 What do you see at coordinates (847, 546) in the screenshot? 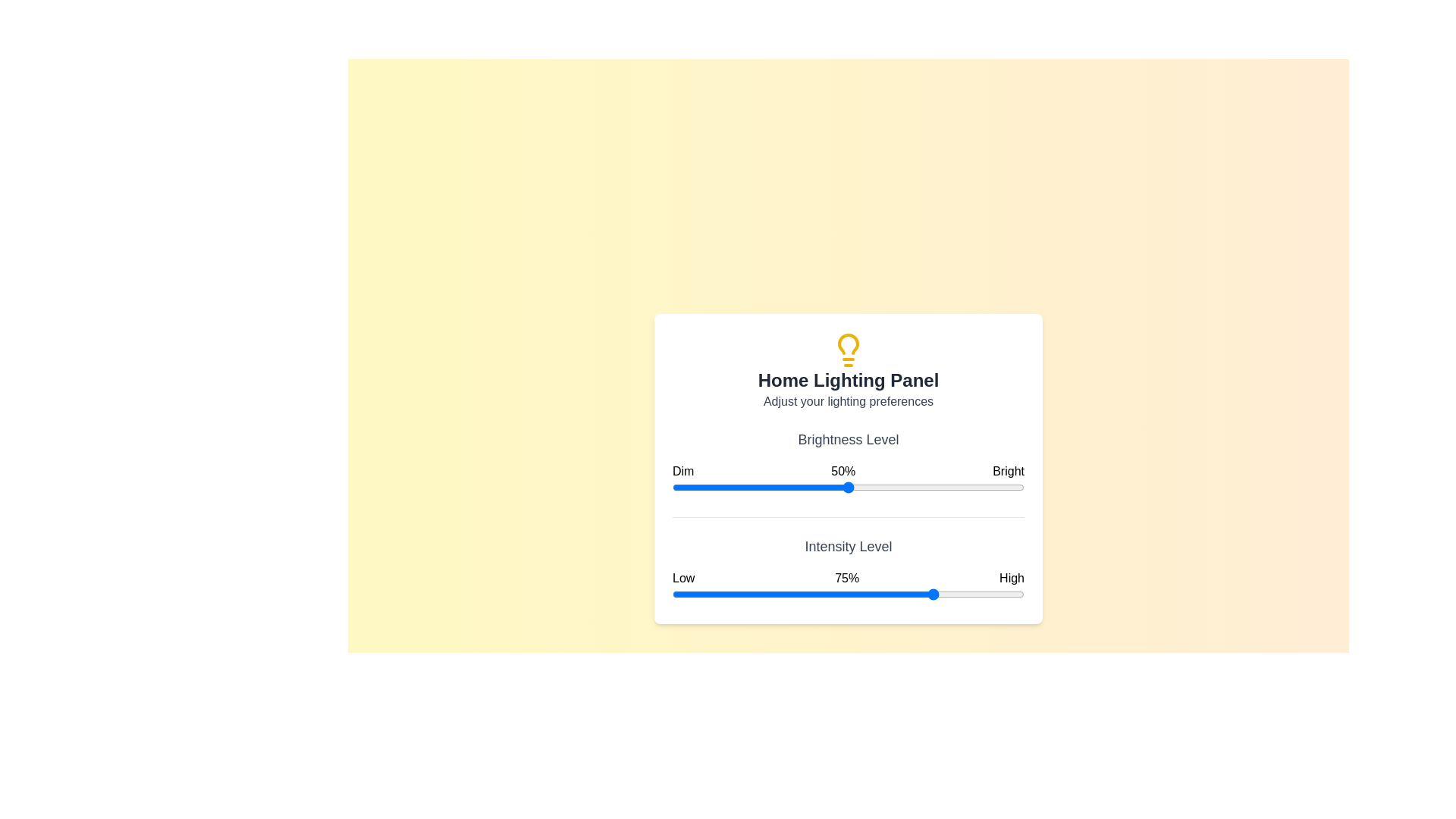
I see `the text label that serves as the title for the intensity adjustment section, located just below the horizontal rule separating it from the 'Brightness Level' section` at bounding box center [847, 546].